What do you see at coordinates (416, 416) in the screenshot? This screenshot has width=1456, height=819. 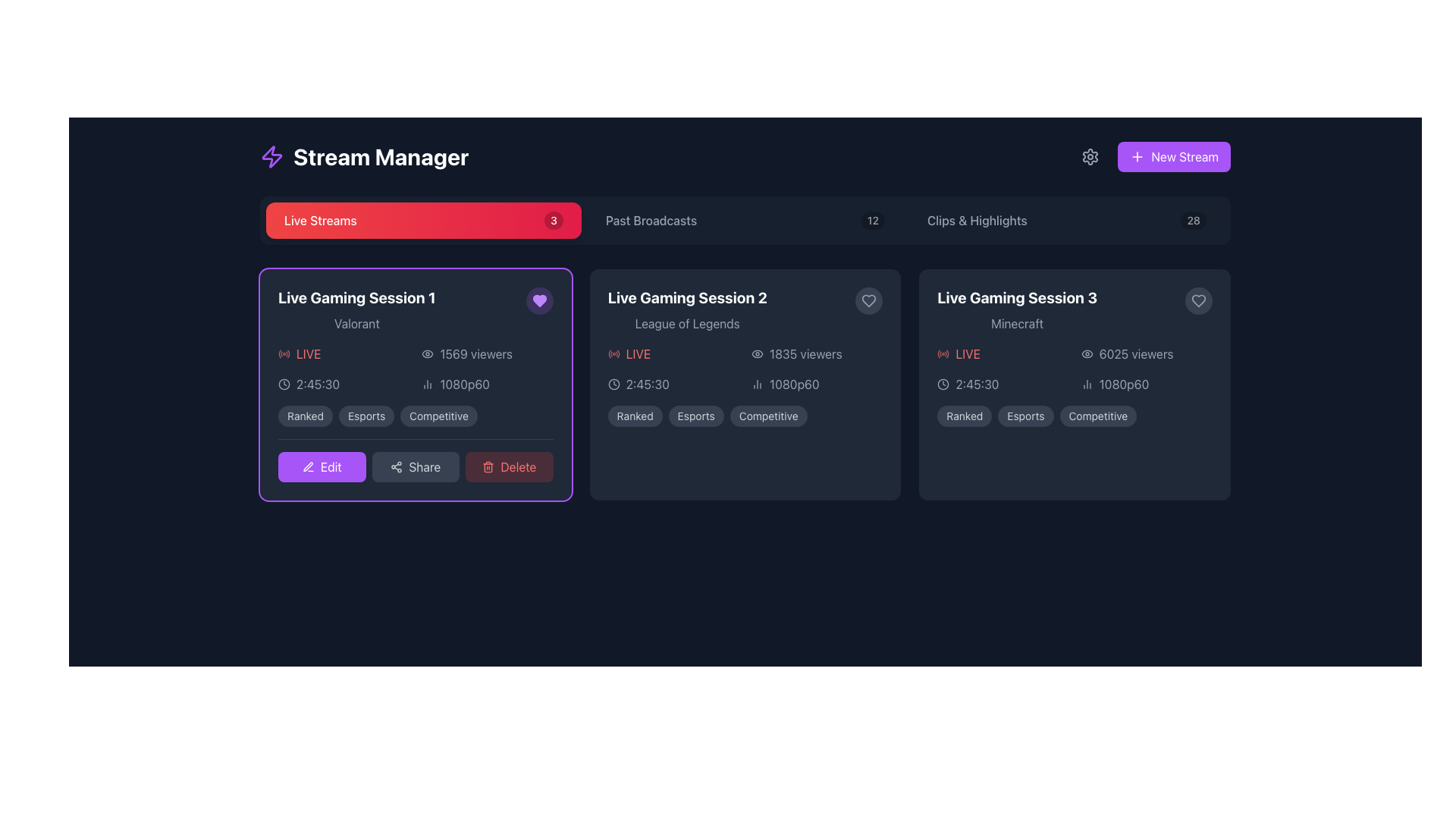 I see `the group of selectable or non-interactive tags for filtering or identification located below the title of 'Live Gaming Session 1'` at bounding box center [416, 416].